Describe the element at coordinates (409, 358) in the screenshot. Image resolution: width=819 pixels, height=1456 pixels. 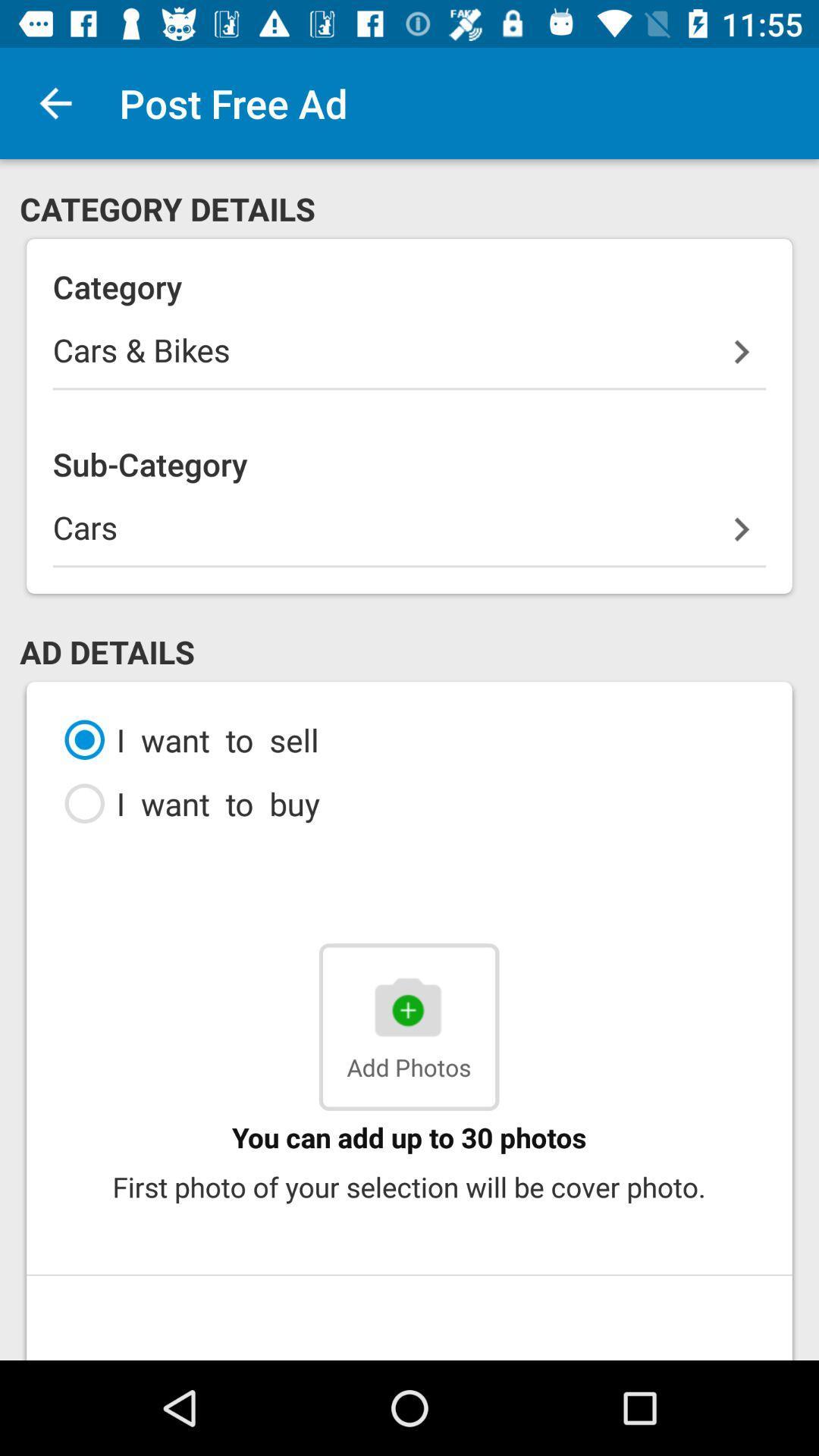
I see `icon above sub-category` at that location.